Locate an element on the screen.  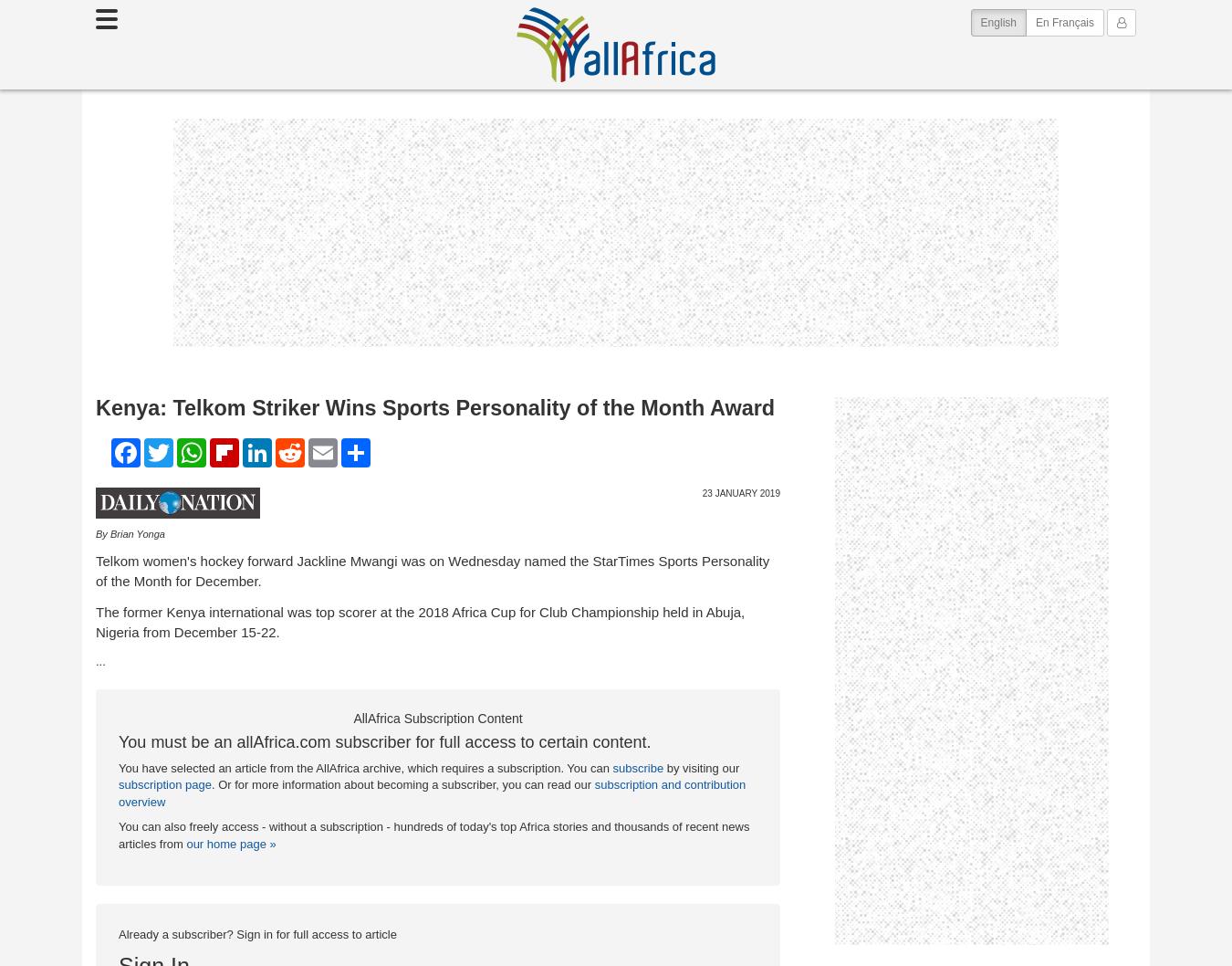
'...' is located at coordinates (99, 661).